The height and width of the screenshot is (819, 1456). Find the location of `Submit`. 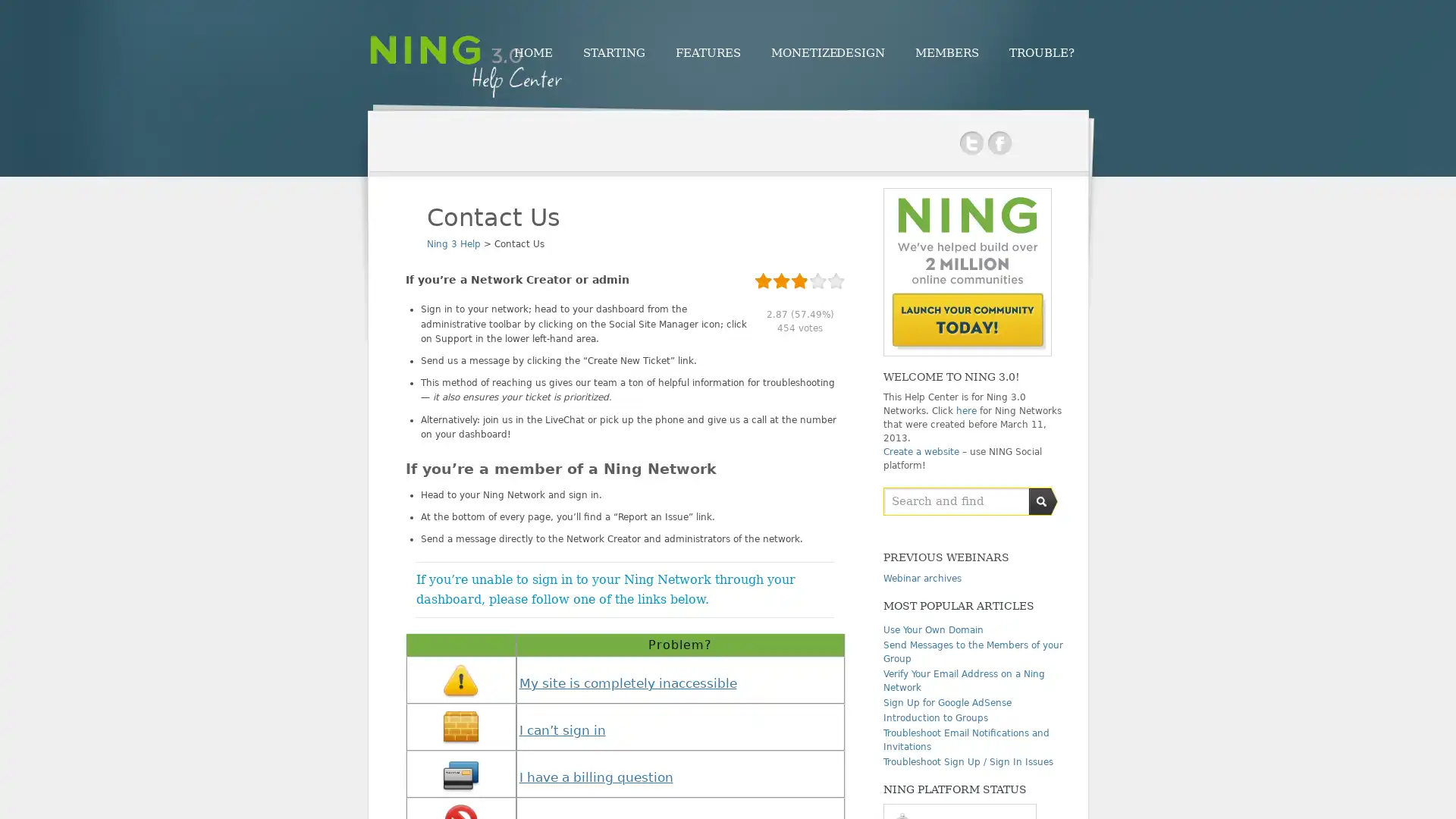

Submit is located at coordinates (1044, 504).